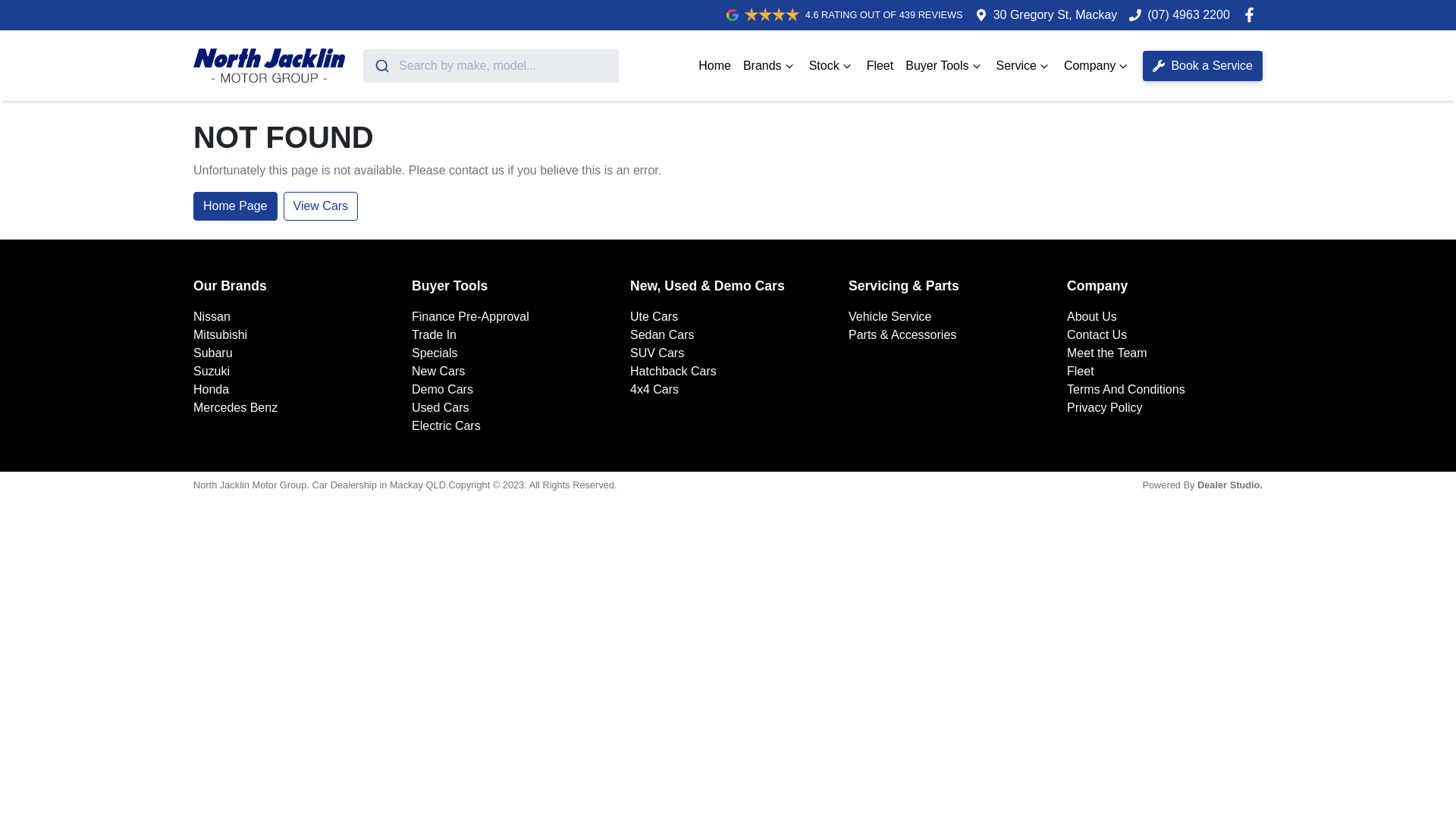 The width and height of the screenshot is (1456, 819). I want to click on 'Parts & Accessories', so click(902, 334).